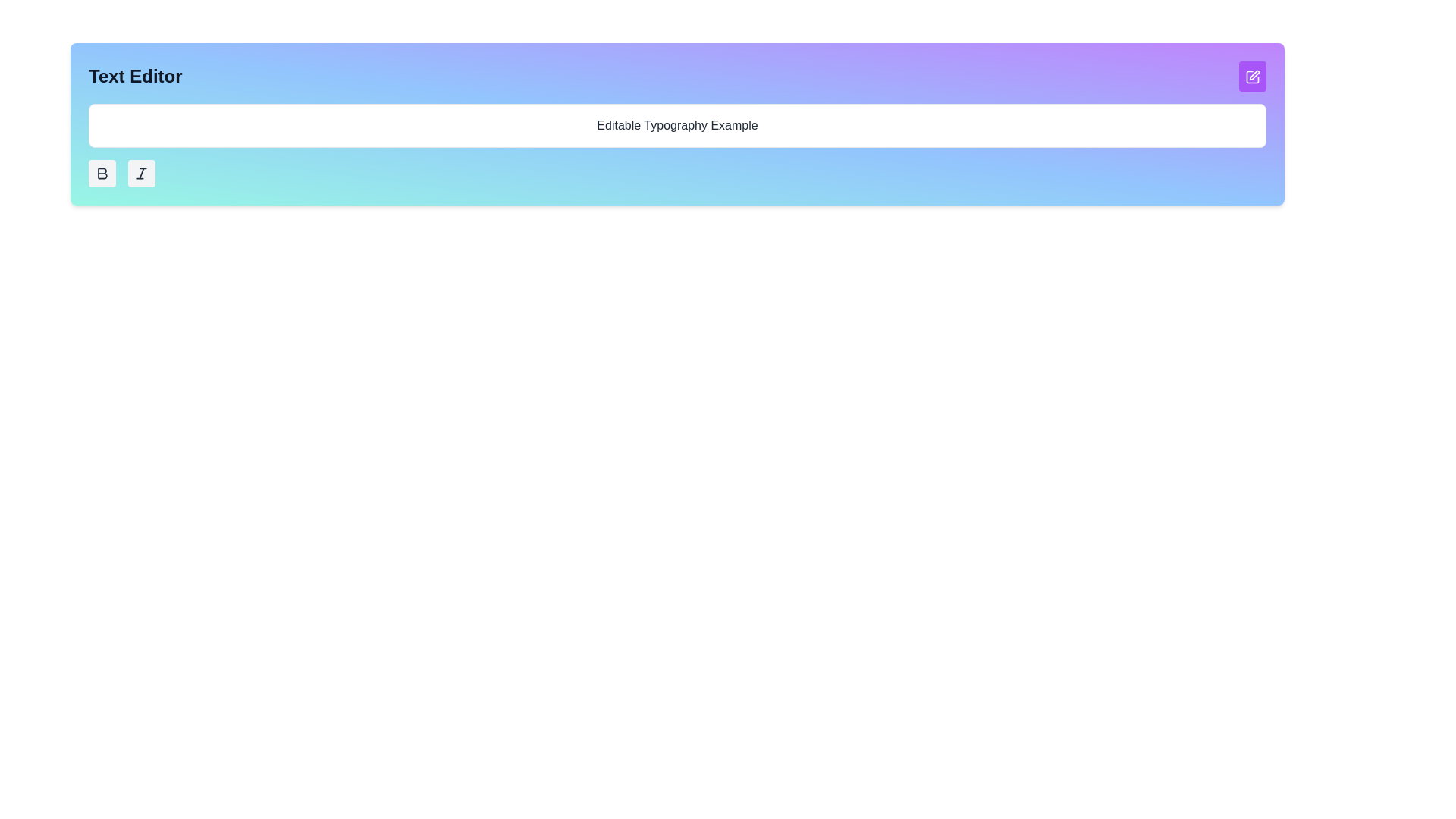 The image size is (1456, 819). Describe the element at coordinates (101, 172) in the screenshot. I see `the bold formatting button, which is a square button with a rounded border and a light gray background, containing a bold 'B' icon in dark gray, located at the top section of the interface` at that location.